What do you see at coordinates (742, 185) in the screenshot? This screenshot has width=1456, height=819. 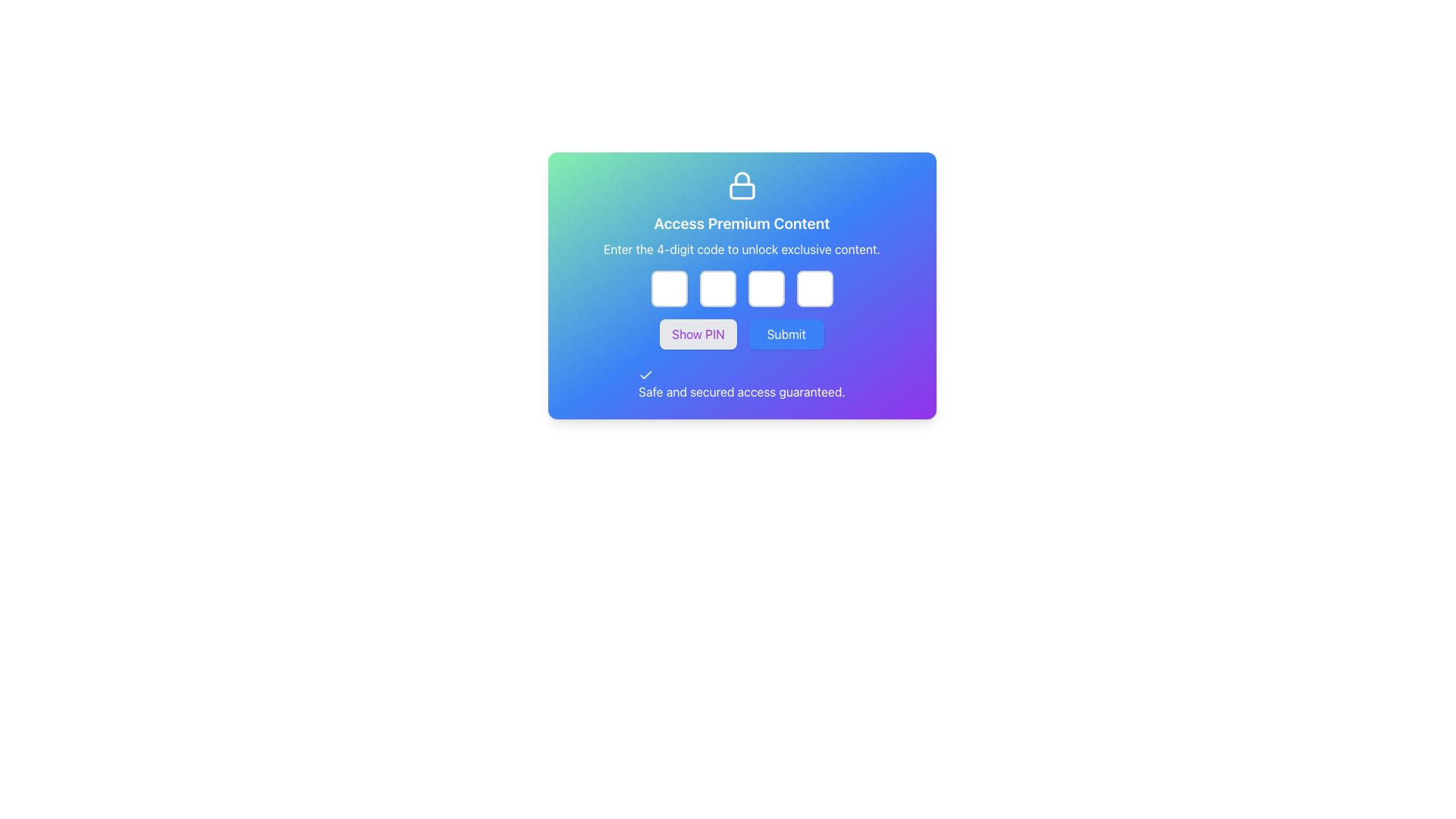 I see `the padlock icon, which is styled with white lines against a gradient background and signifies security, located at the top of the card UI` at bounding box center [742, 185].